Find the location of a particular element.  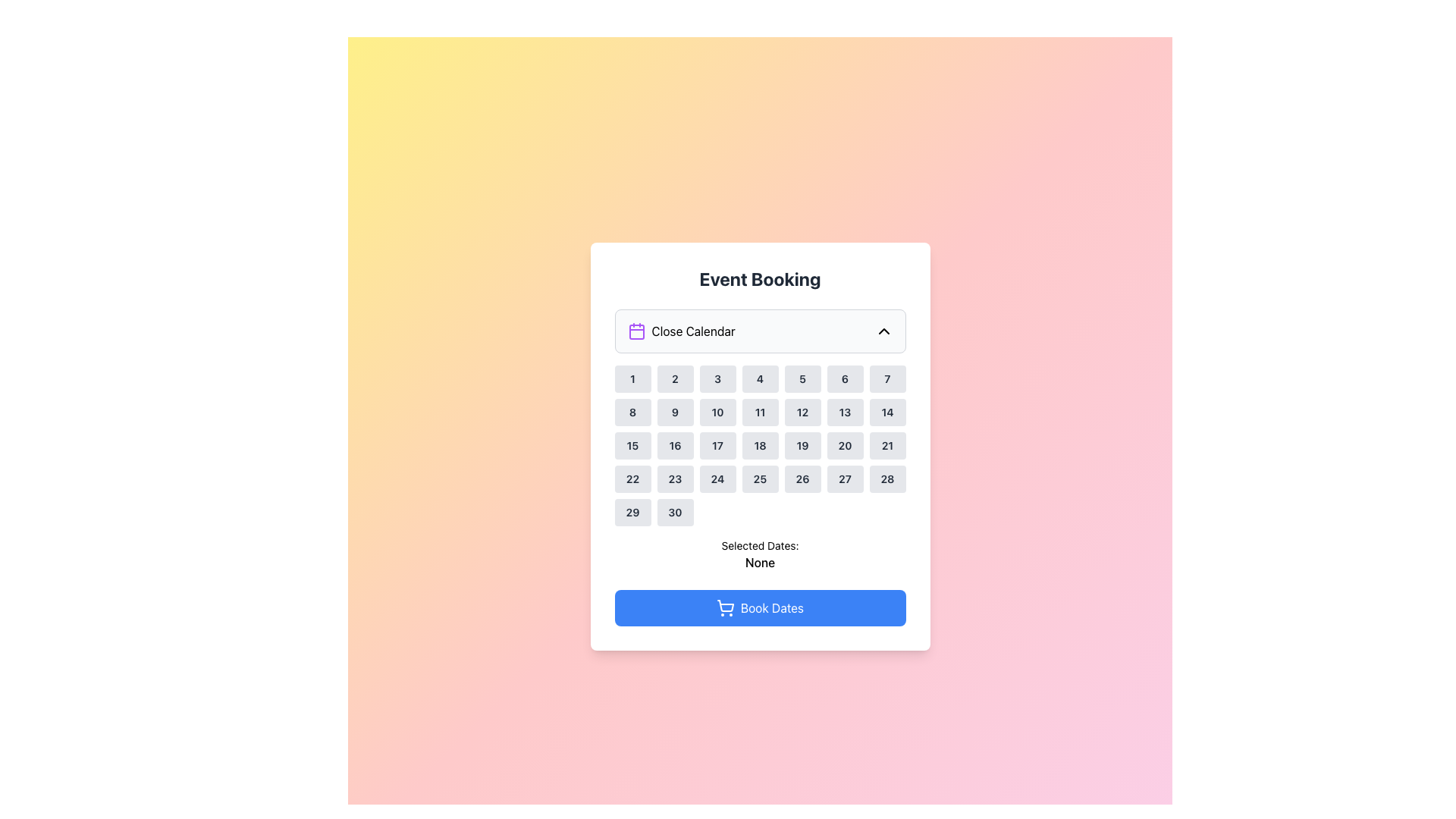

the small rectangular button displaying the number '8' with a light gray background is located at coordinates (632, 412).